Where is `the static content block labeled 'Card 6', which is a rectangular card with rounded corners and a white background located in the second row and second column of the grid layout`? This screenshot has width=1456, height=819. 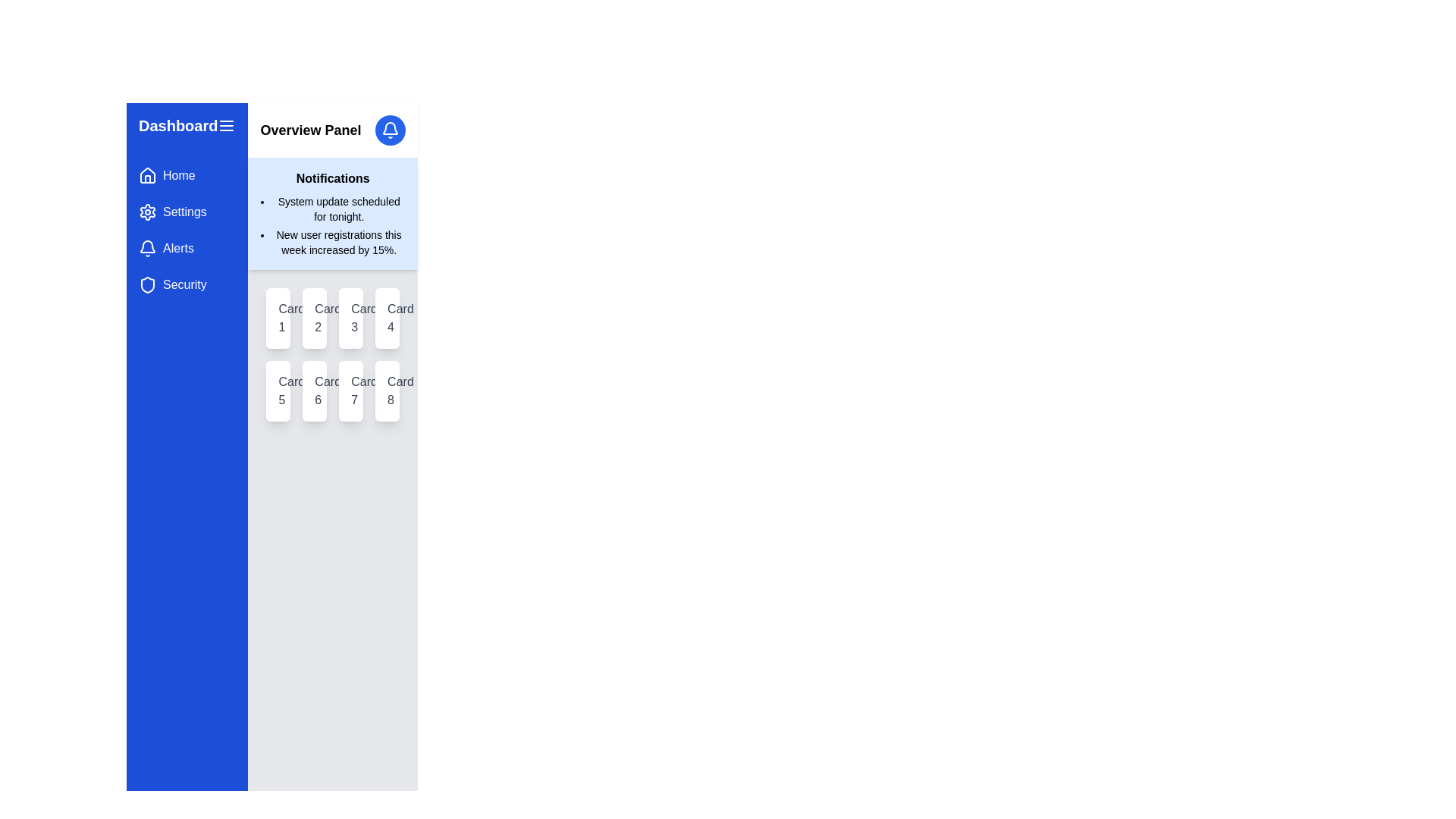
the static content block labeled 'Card 6', which is a rectangular card with rounded corners and a white background located in the second row and second column of the grid layout is located at coordinates (314, 391).